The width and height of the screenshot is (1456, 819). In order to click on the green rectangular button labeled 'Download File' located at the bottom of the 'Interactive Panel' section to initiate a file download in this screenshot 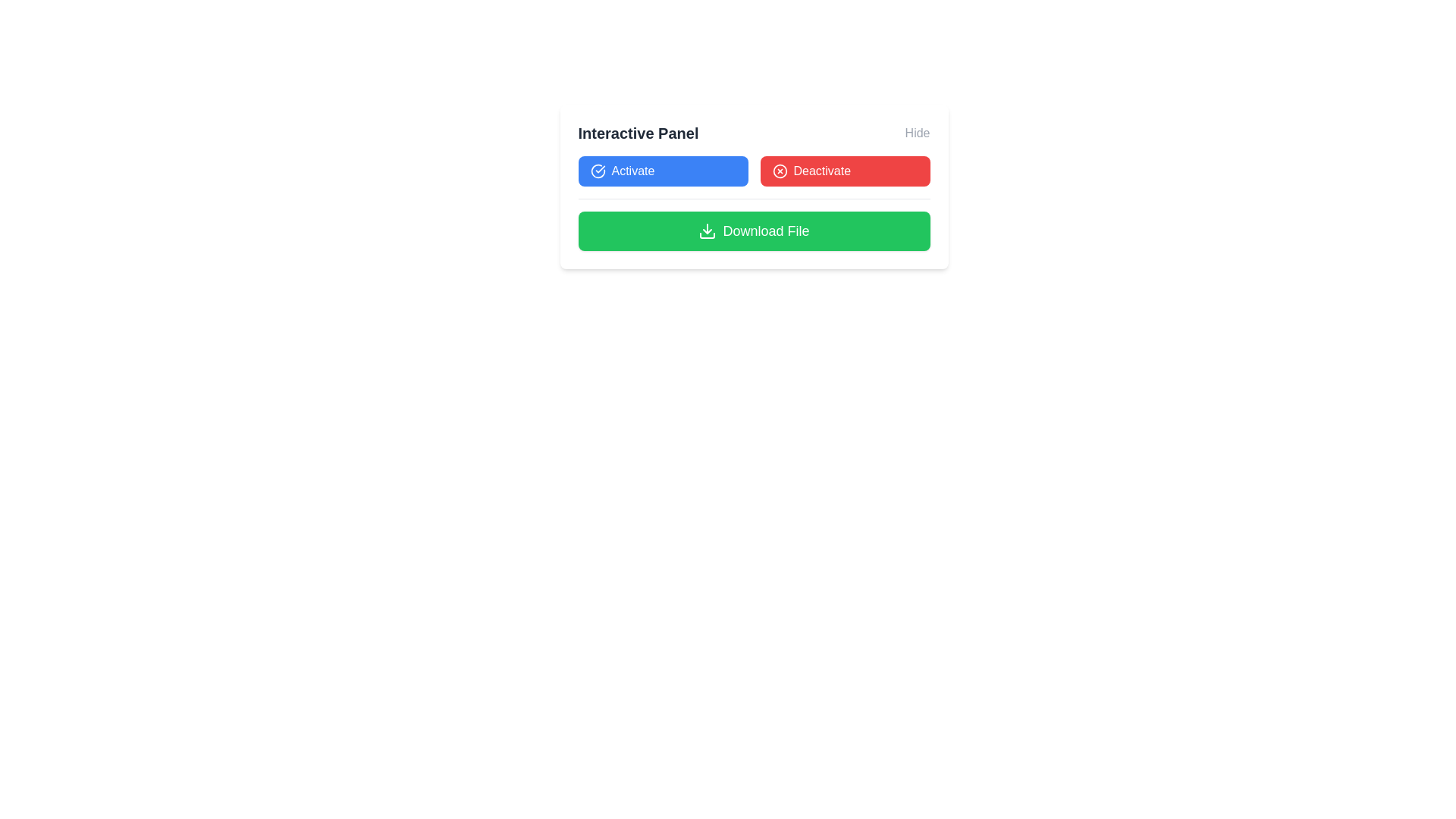, I will do `click(754, 224)`.